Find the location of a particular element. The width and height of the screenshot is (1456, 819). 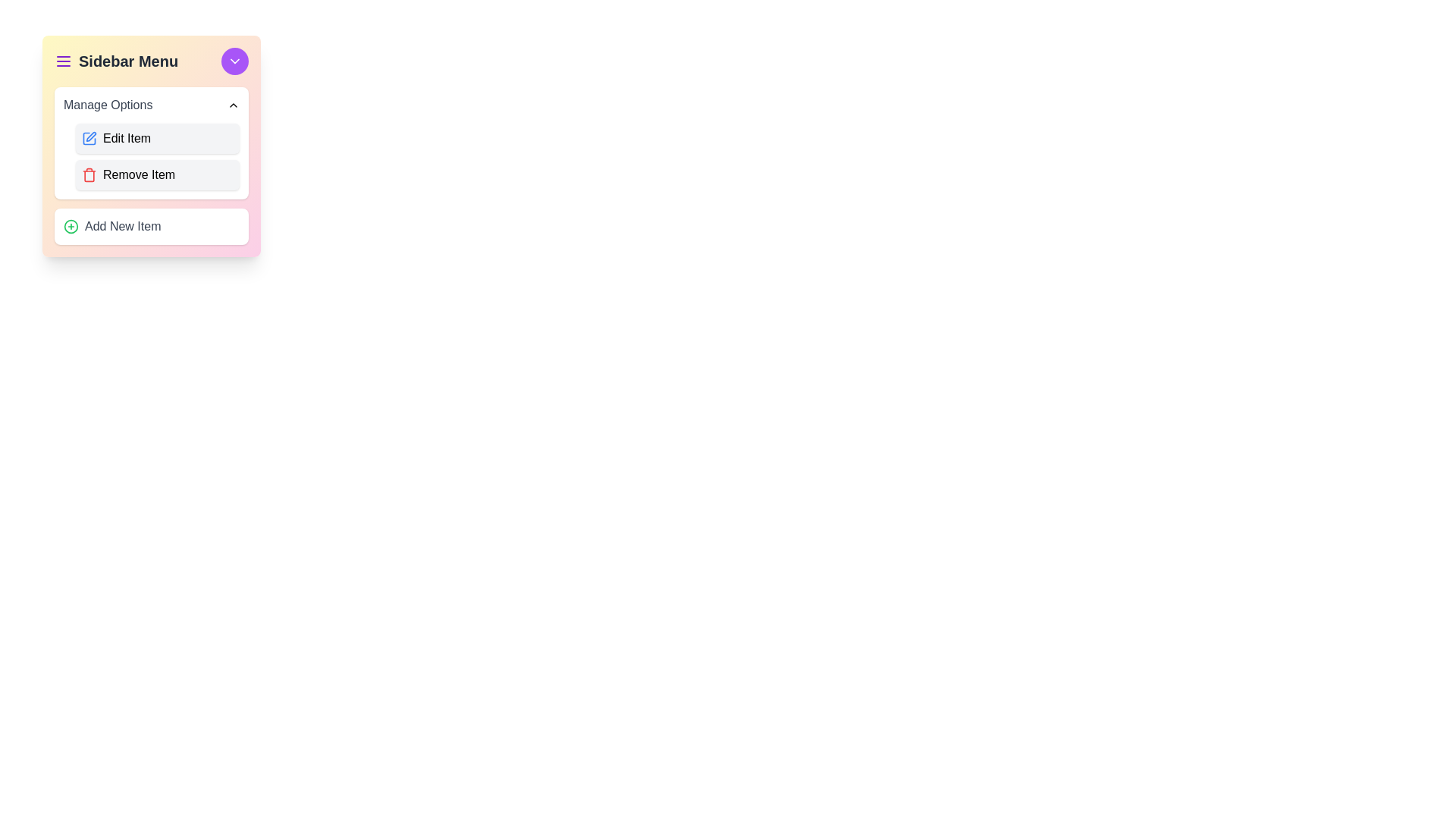

the section header text label located in the sidebar menu, which is accompanied by a downward-pointing chevron icon and positioned above the 'Edit Item' and 'Remove Item' options is located at coordinates (107, 104).